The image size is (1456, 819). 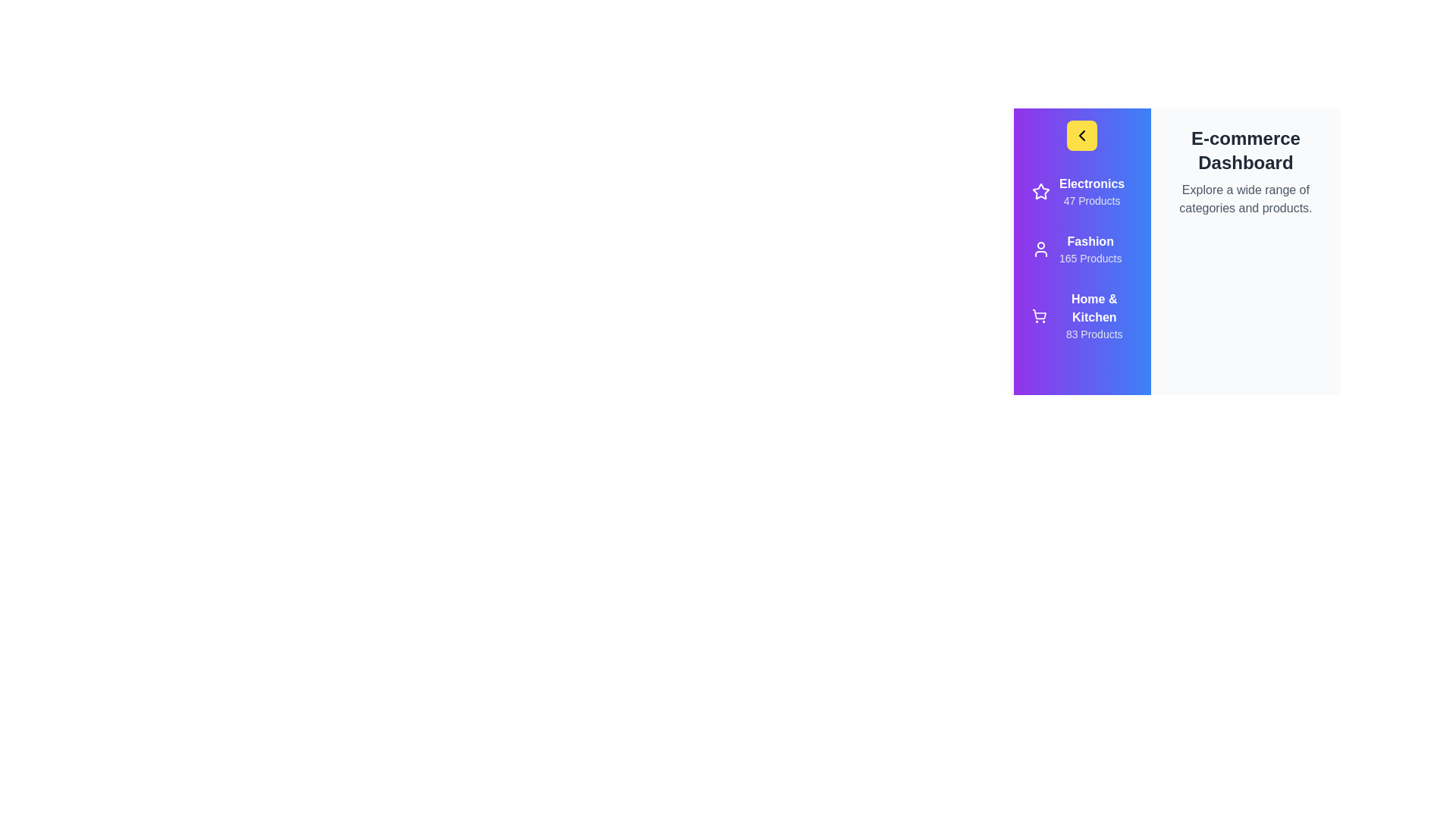 I want to click on the category Home & Kitchen to select it, so click(x=1081, y=315).